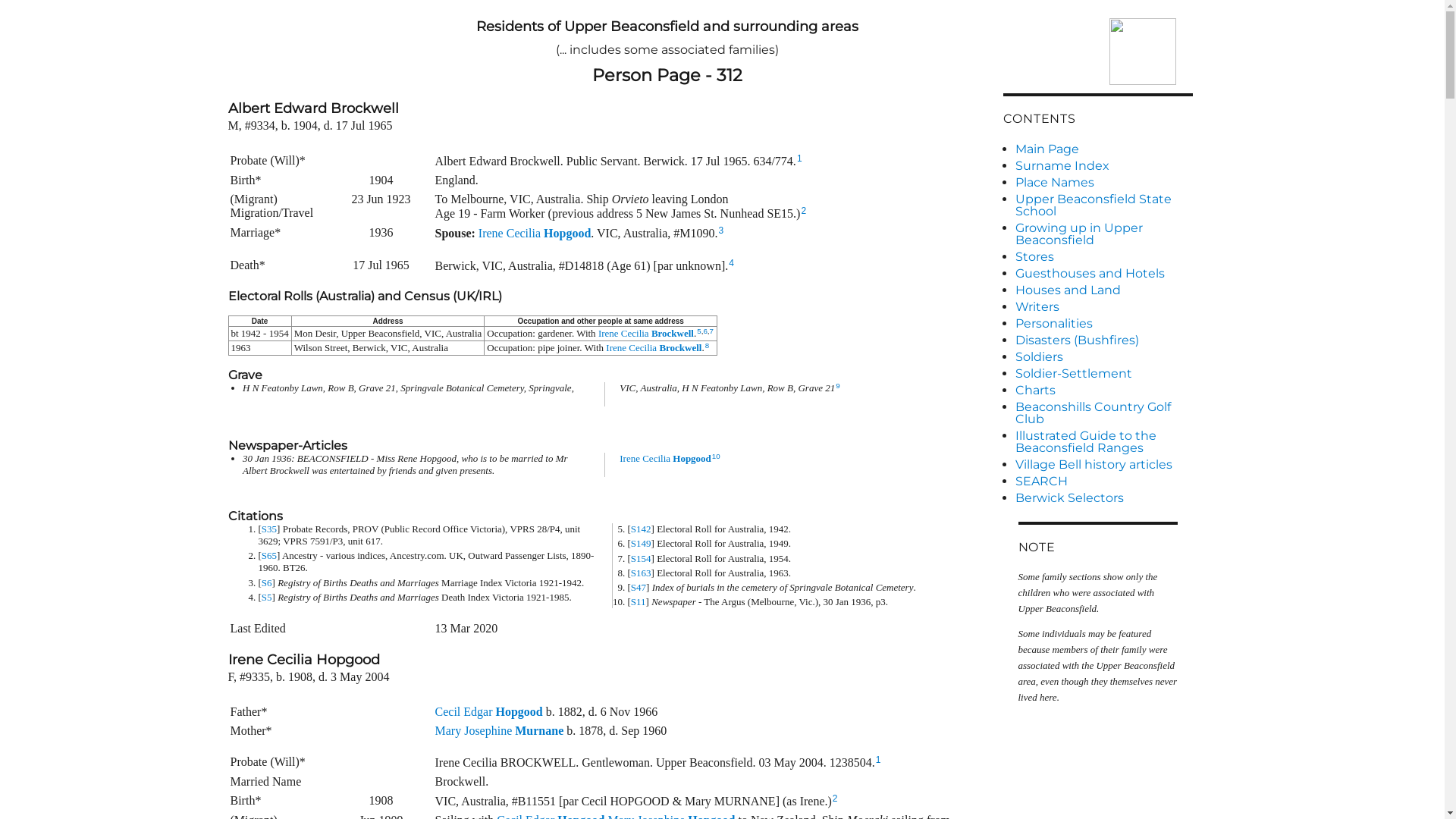 This screenshot has width=1456, height=819. I want to click on 'Upper Beaconsfield State School', so click(1015, 205).